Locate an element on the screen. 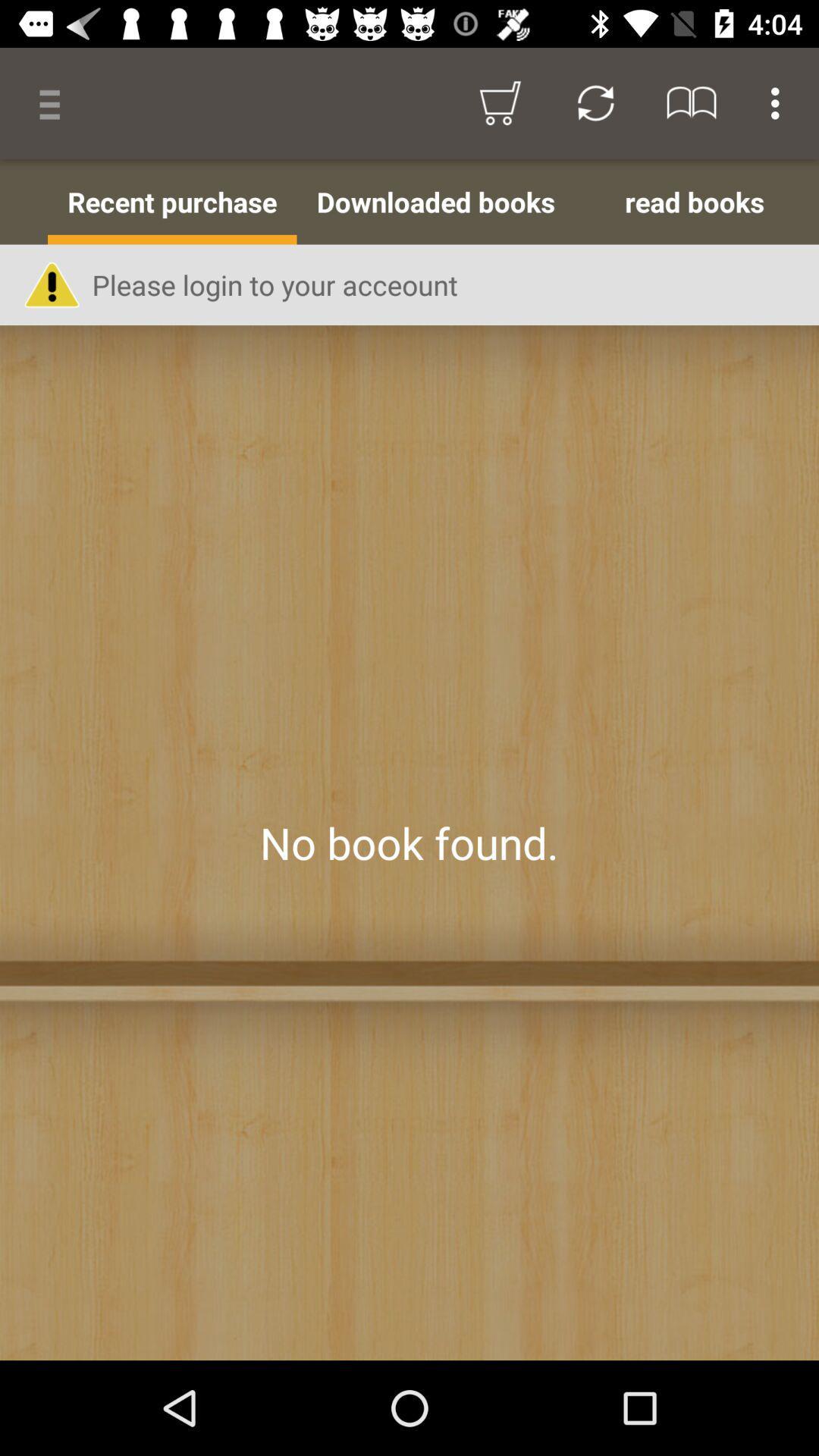 This screenshot has height=1456, width=819. book is located at coordinates (409, 842).